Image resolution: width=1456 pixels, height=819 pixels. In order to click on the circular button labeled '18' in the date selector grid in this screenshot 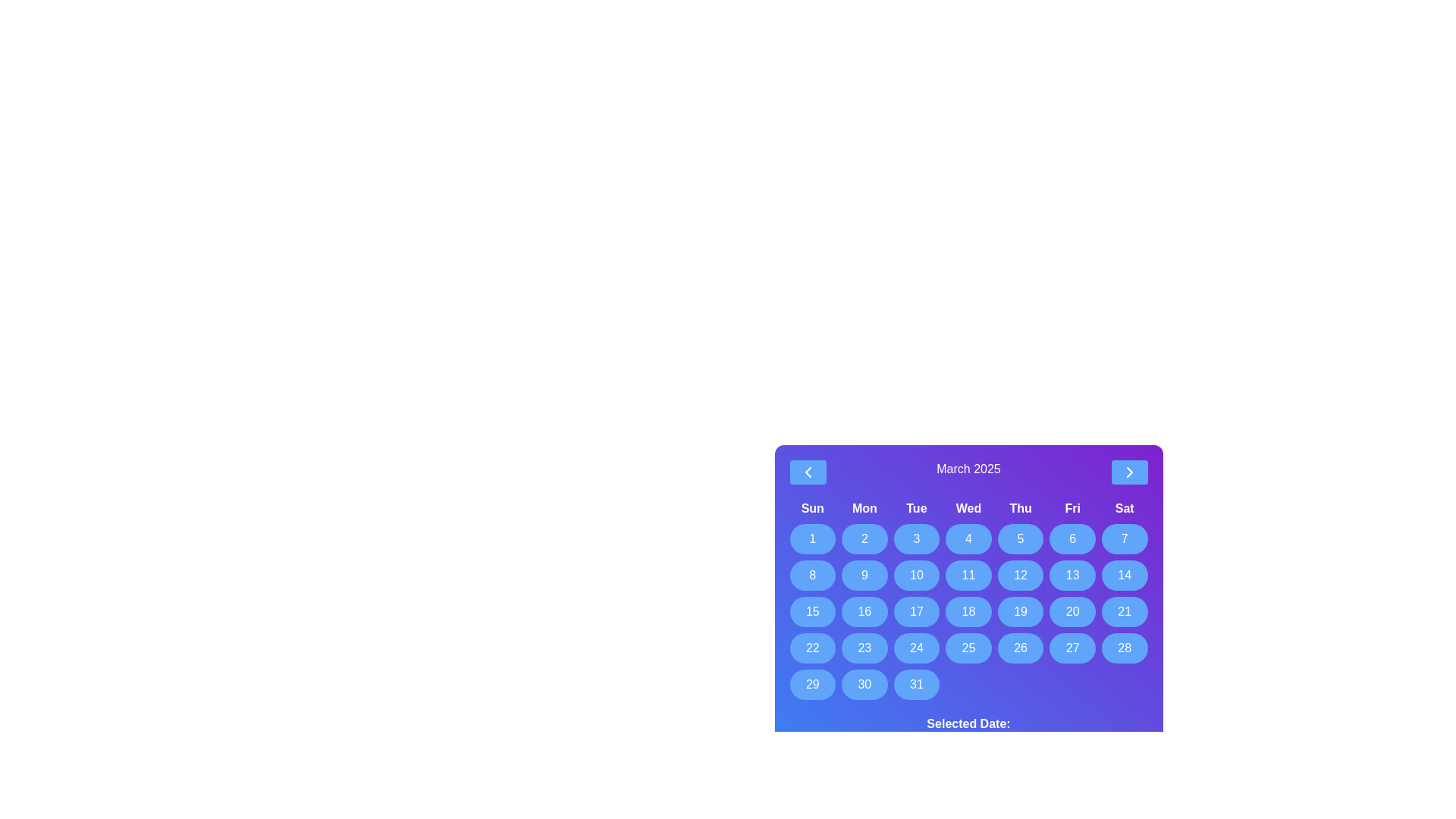, I will do `click(968, 610)`.